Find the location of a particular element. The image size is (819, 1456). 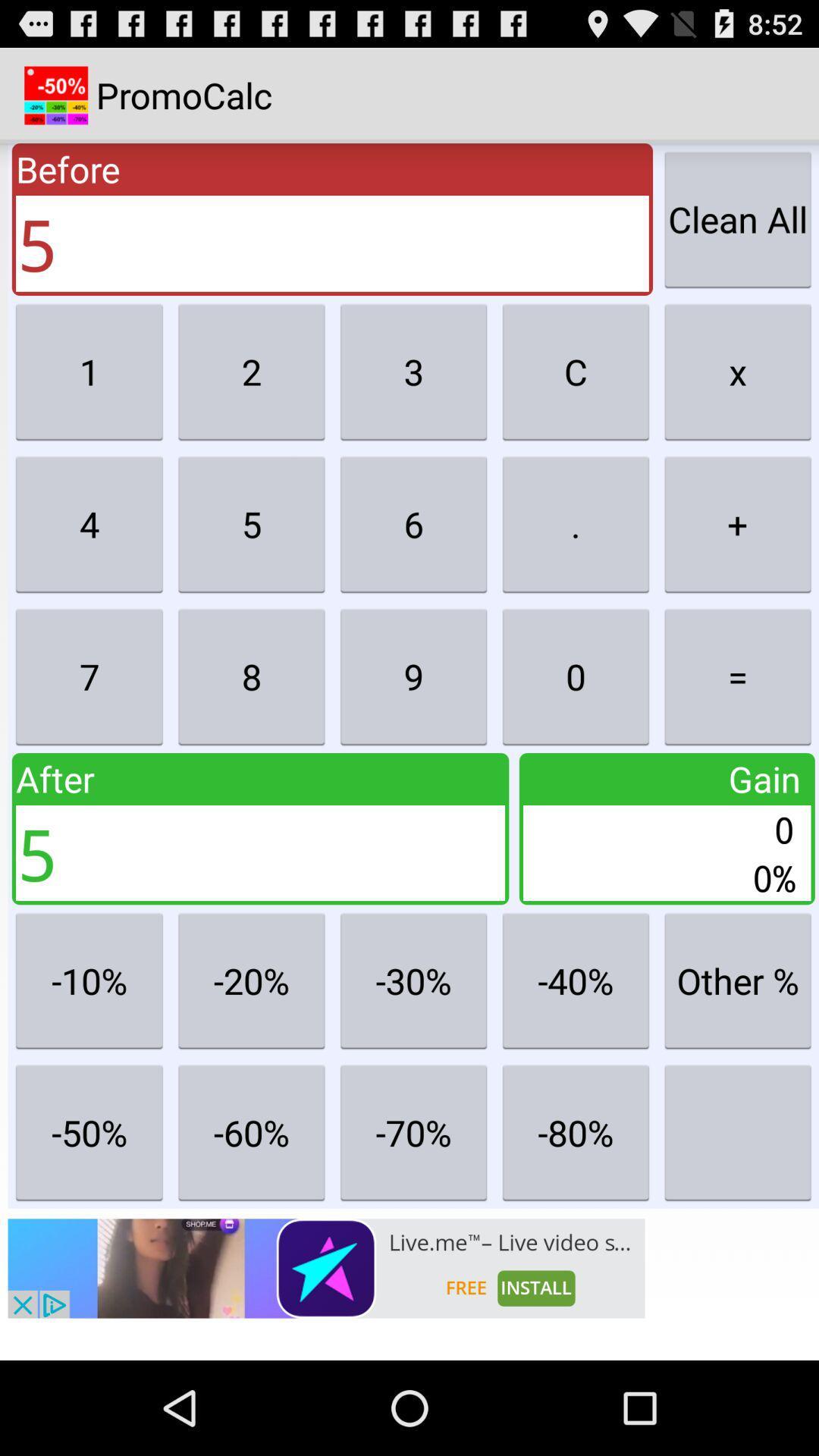

the multiply button is located at coordinates (736, 372).